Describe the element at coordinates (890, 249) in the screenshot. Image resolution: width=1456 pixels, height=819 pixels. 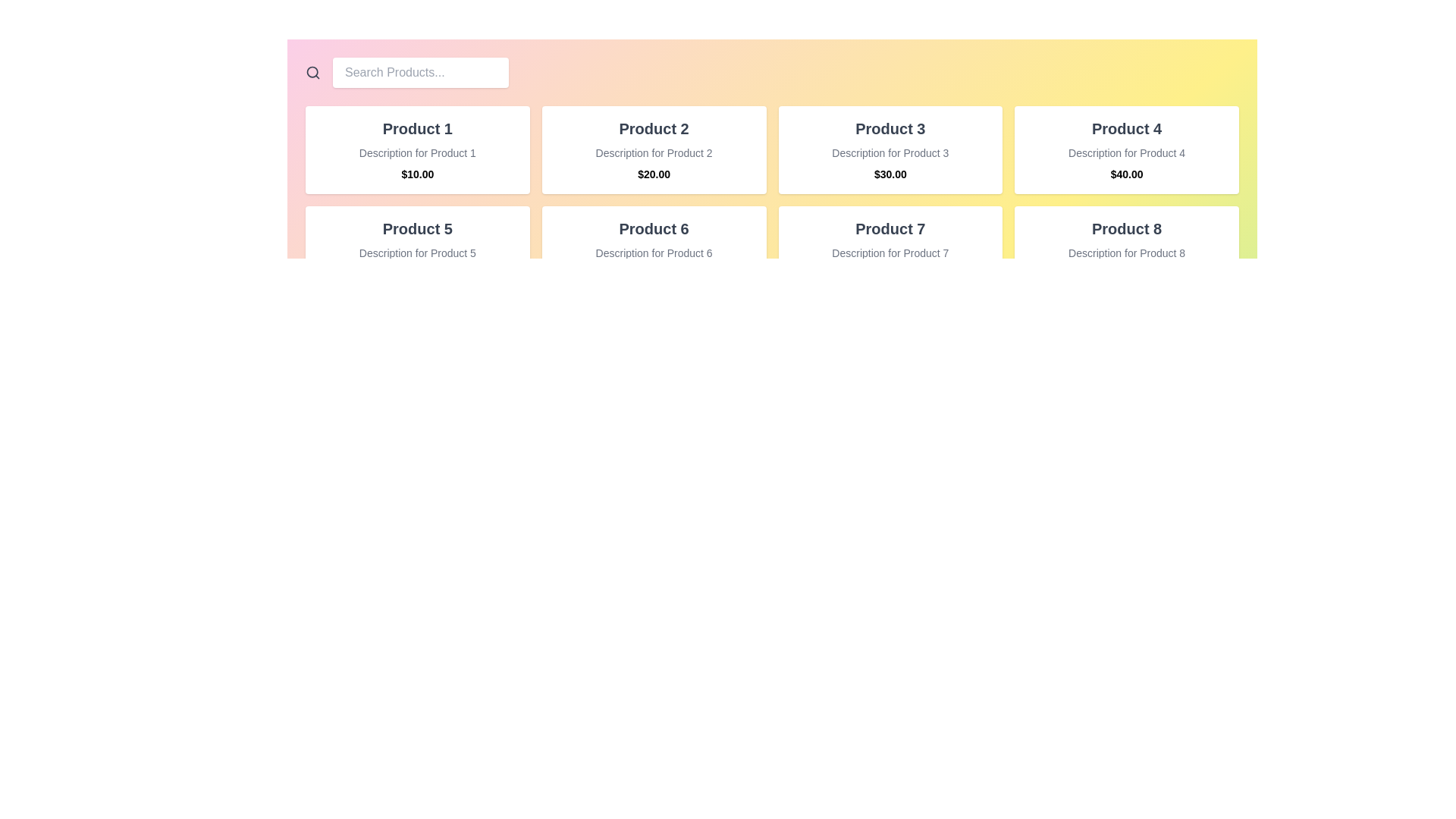
I see `text contained in the seventh product Information card, which displays the title, description, and price of the product` at that location.